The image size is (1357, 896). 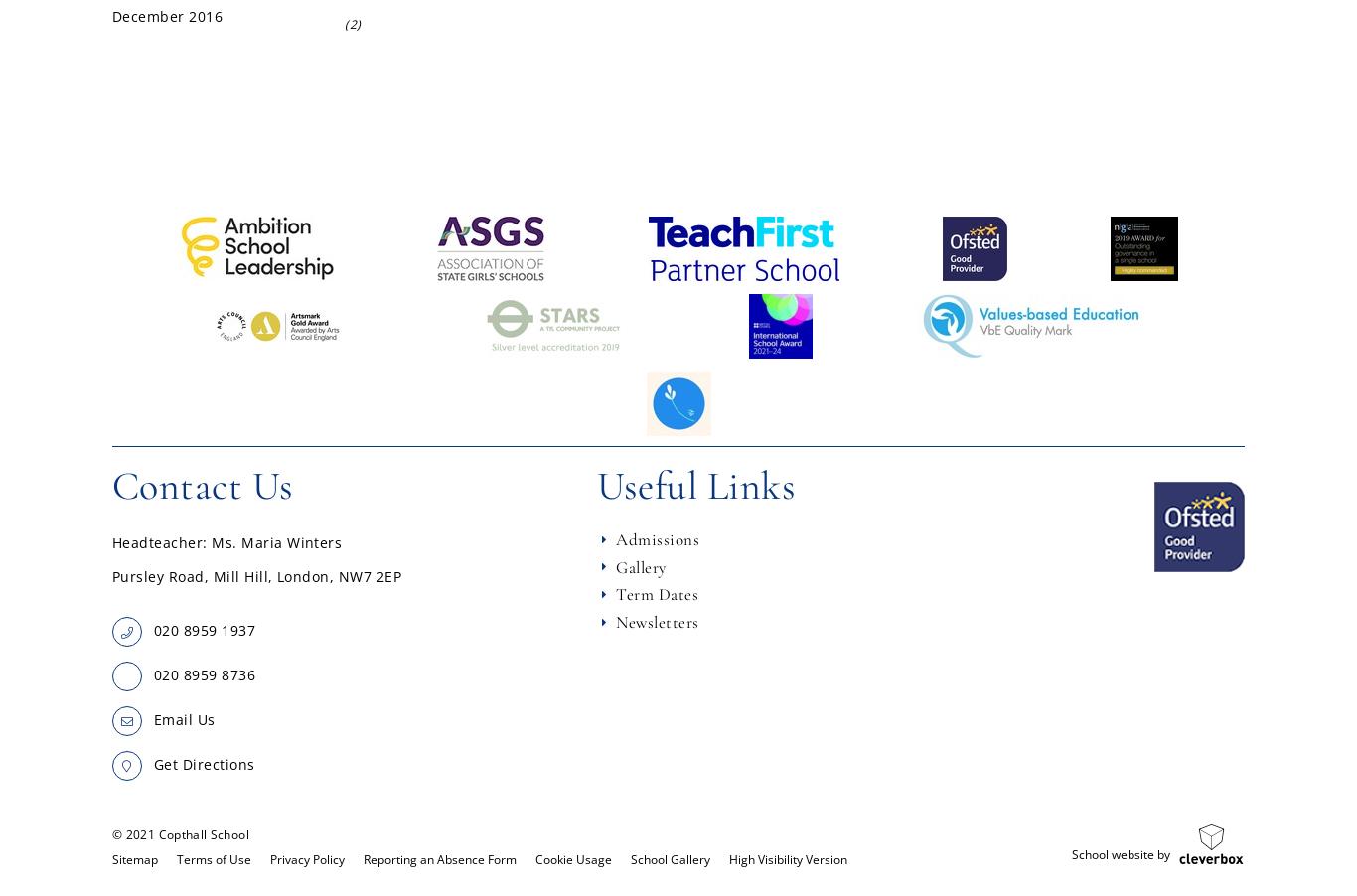 I want to click on '(2)', so click(x=352, y=23).